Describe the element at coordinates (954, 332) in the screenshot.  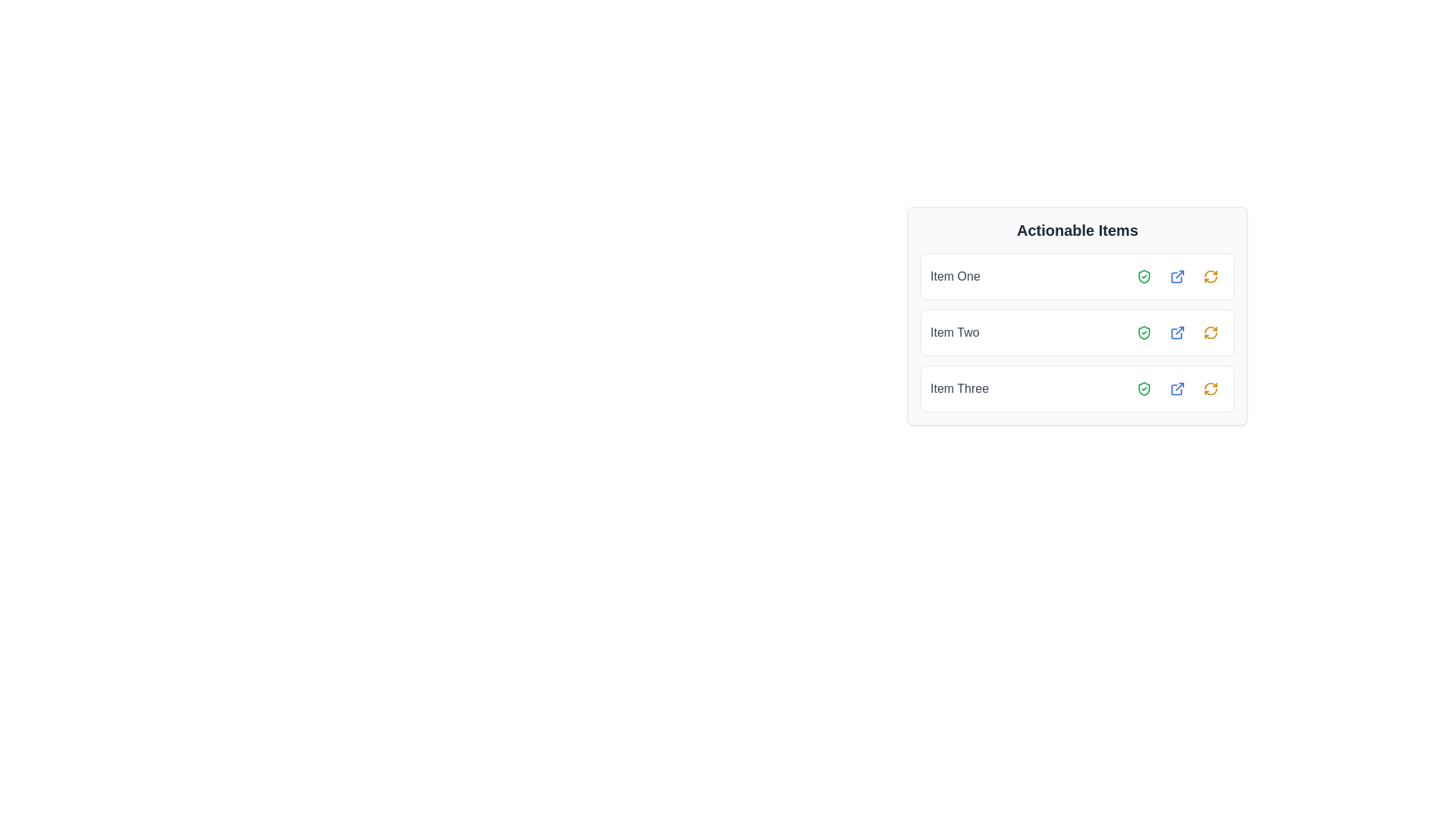
I see `the text label displaying 'Item Two' in gray color within the 'Actionable Items' section` at that location.